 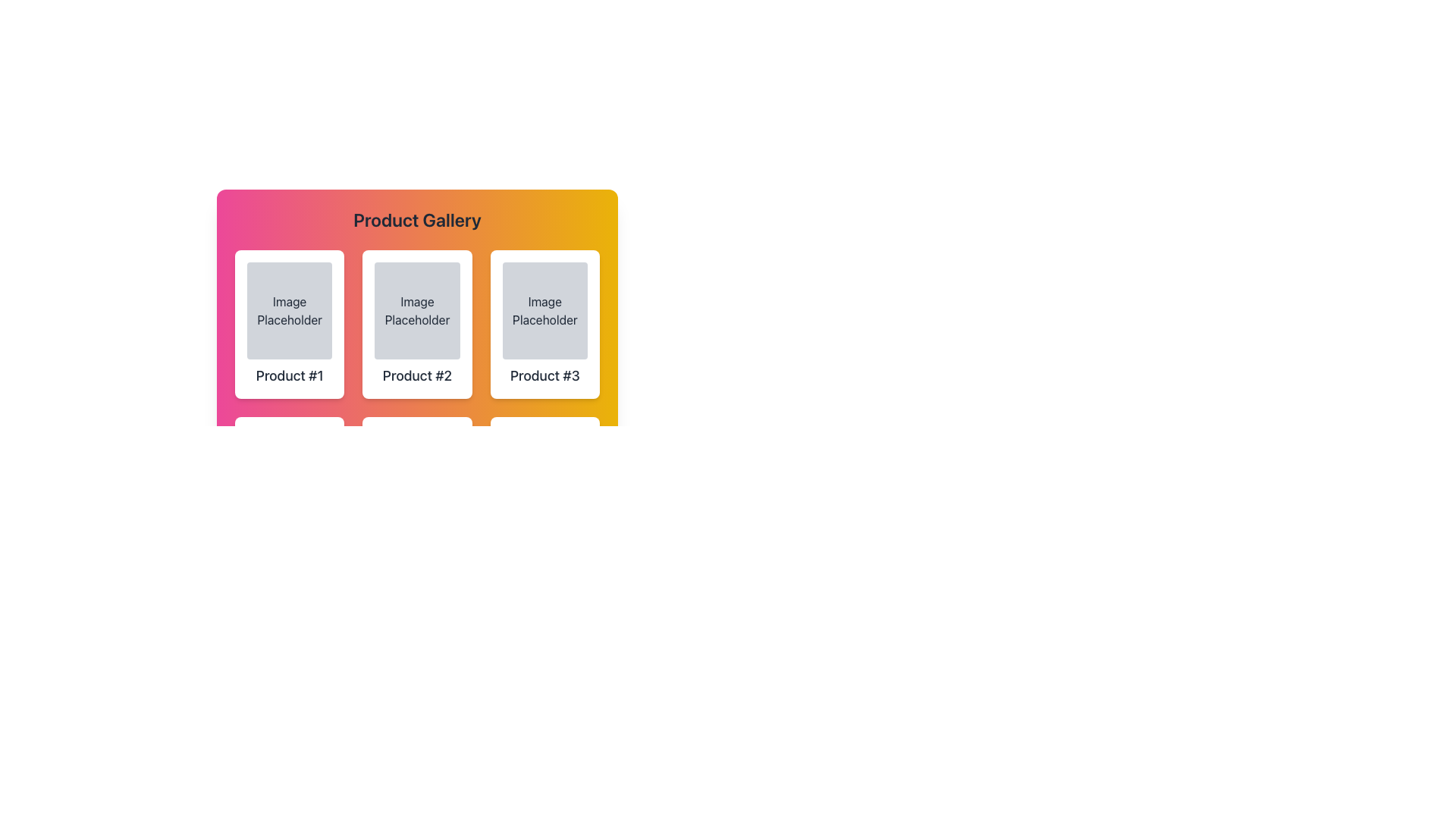 What do you see at coordinates (290, 309) in the screenshot?
I see `the first image placeholder component in the top-left quadrant of the 'Product #1' card, which visually indicates where an image would be displayed` at bounding box center [290, 309].